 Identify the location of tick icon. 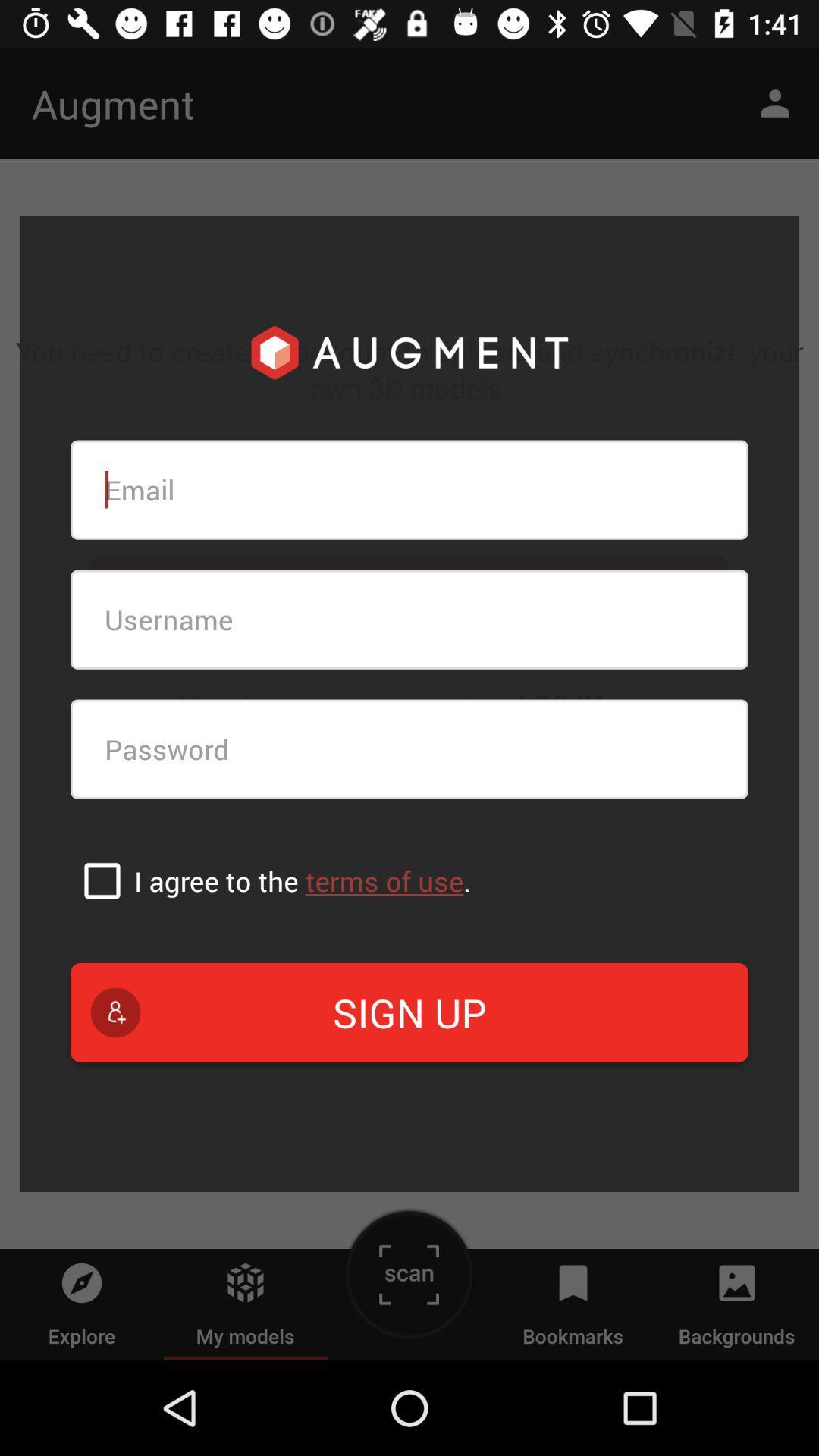
(102, 880).